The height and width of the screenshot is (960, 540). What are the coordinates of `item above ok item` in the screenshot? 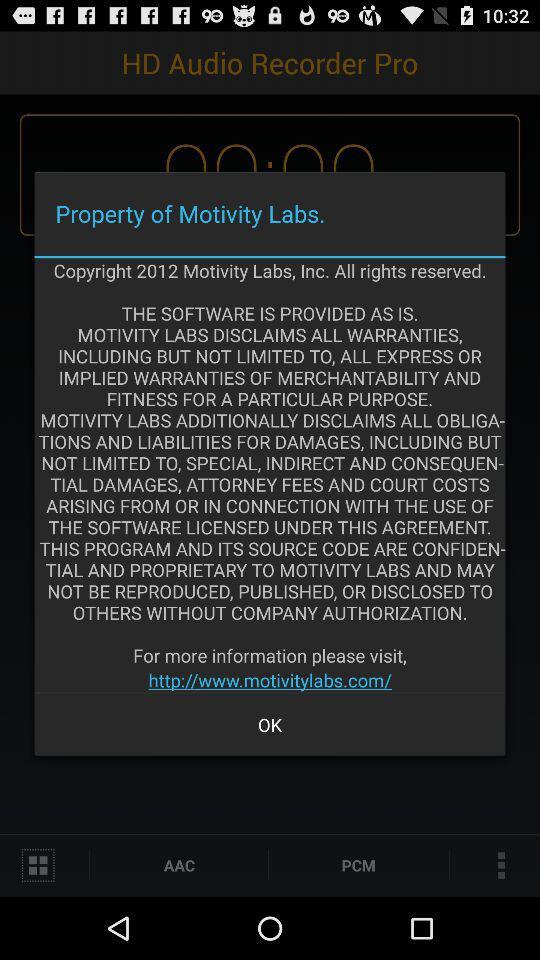 It's located at (270, 680).